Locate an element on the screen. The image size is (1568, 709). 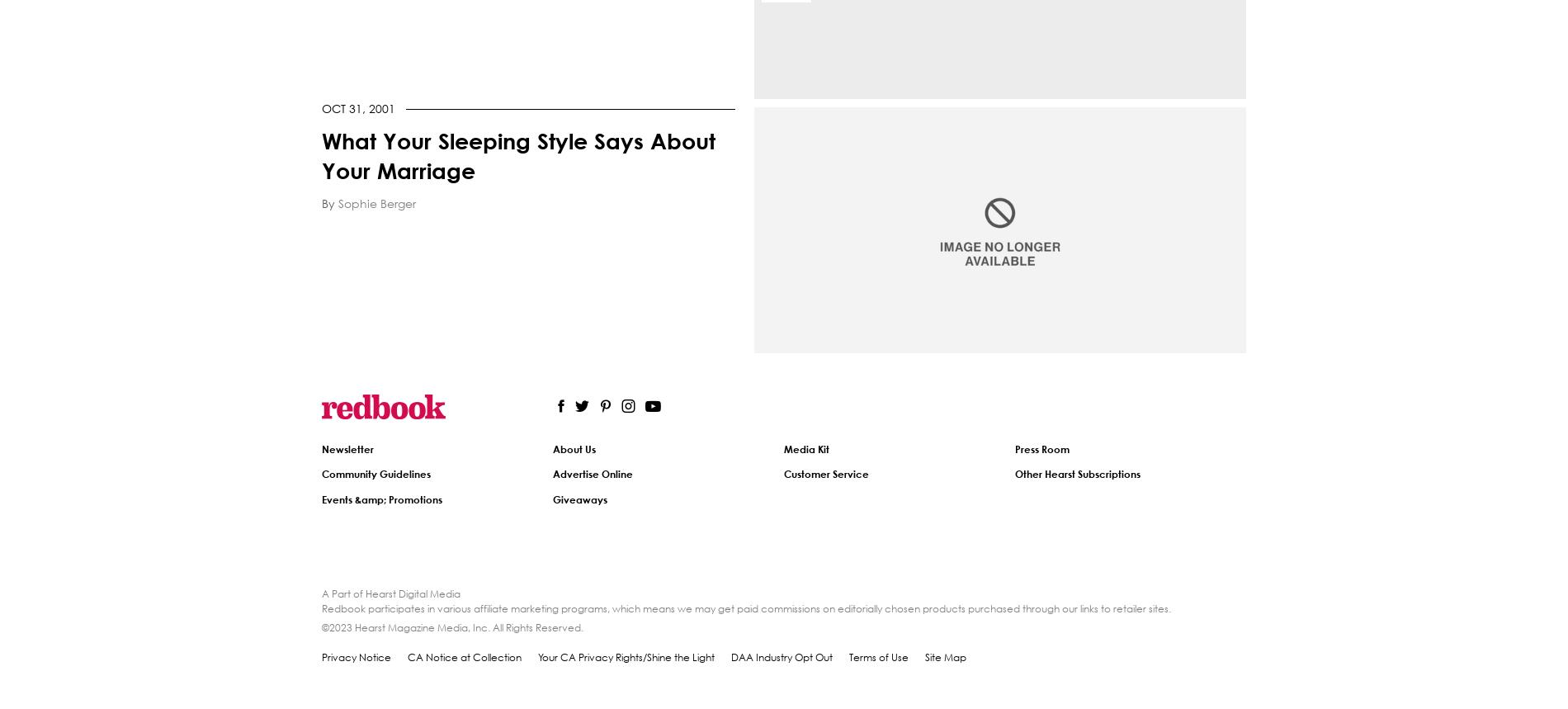
'Privacy Notice' is located at coordinates (356, 656).